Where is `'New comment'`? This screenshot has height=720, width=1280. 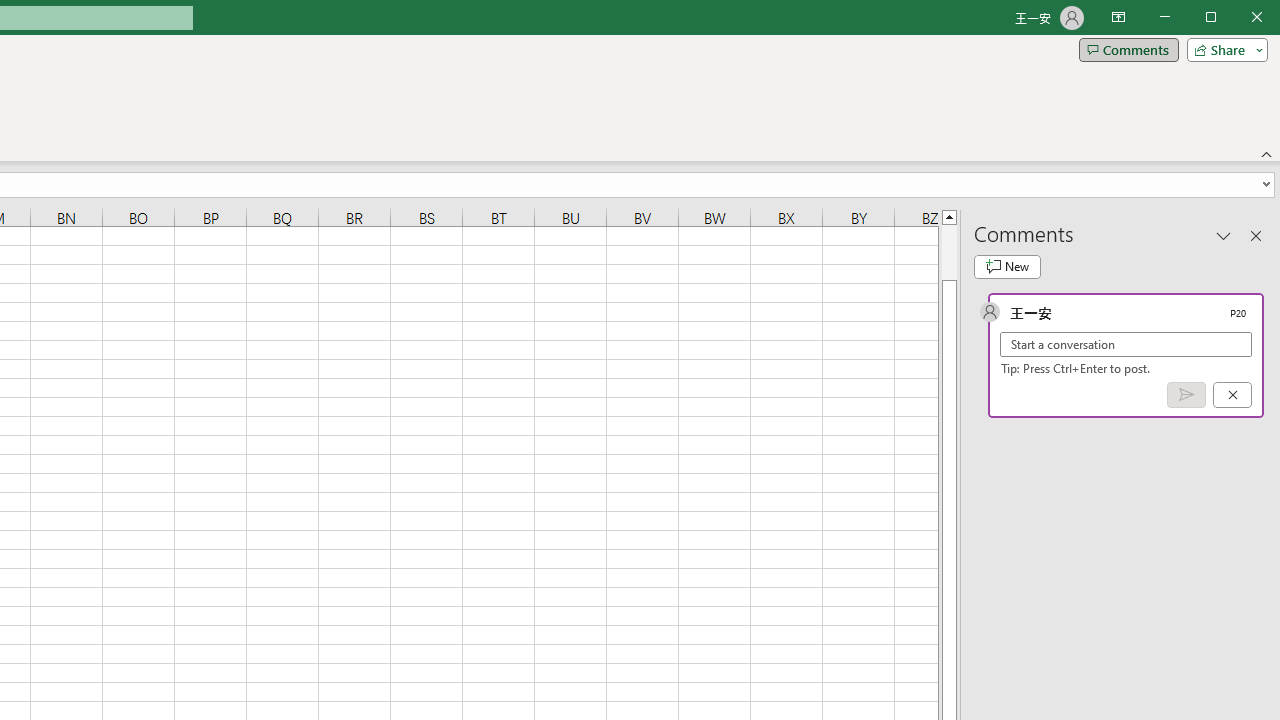 'New comment' is located at coordinates (1007, 266).